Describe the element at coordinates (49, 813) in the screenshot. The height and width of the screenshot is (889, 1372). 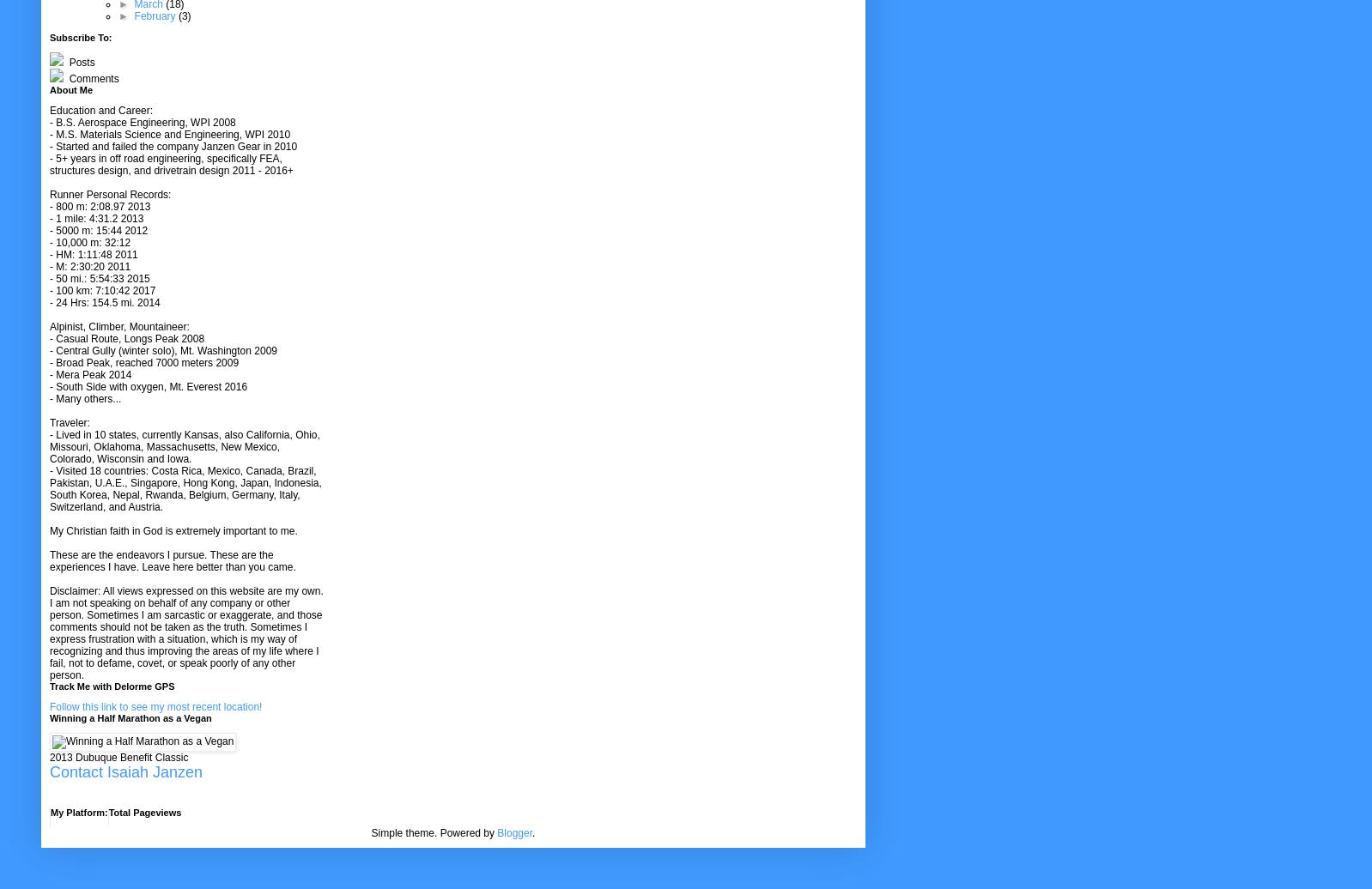
I see `'My Platform:'` at that location.